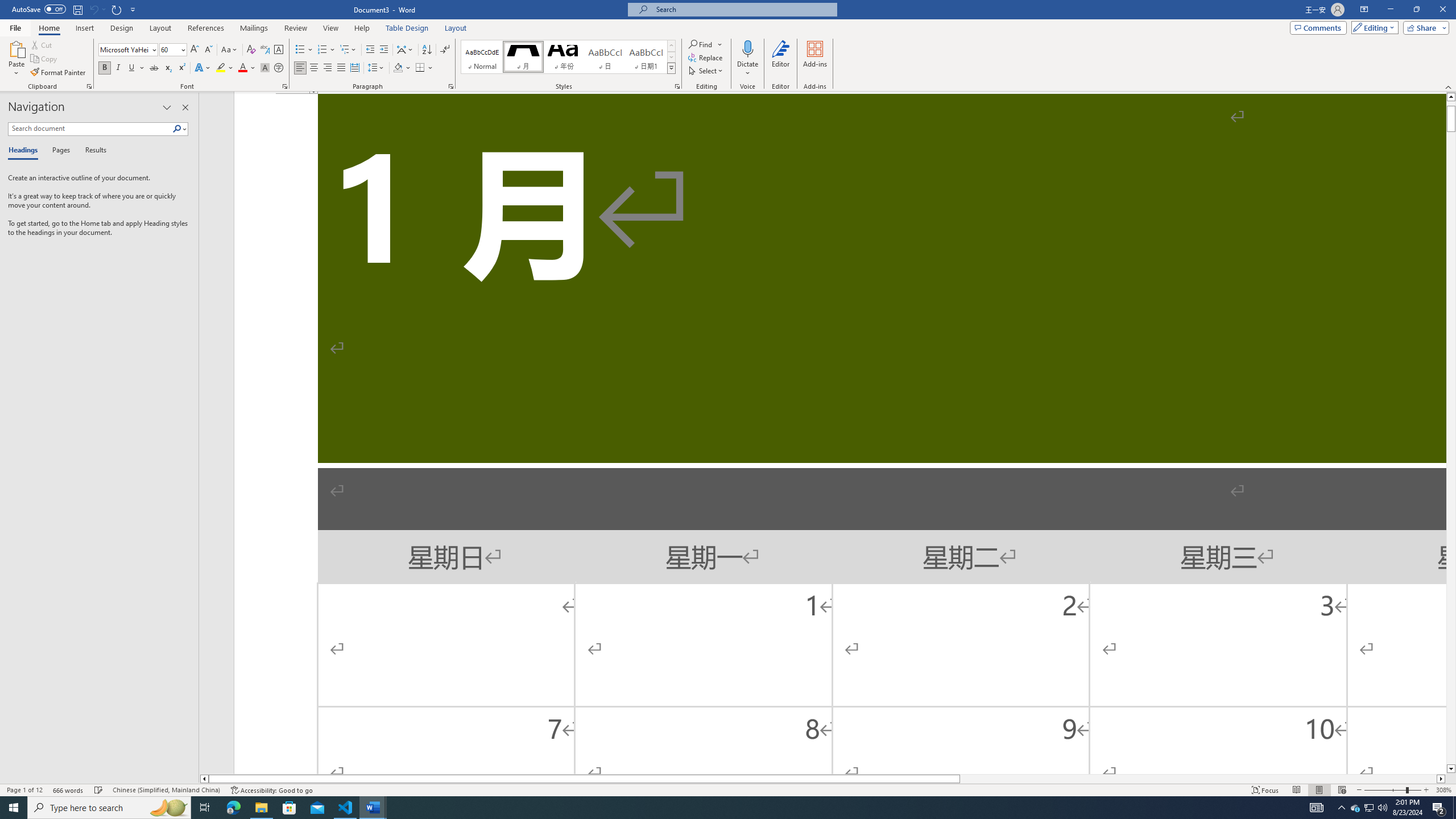  Describe the element at coordinates (117, 9) in the screenshot. I see `'Repeat Doc Close'` at that location.